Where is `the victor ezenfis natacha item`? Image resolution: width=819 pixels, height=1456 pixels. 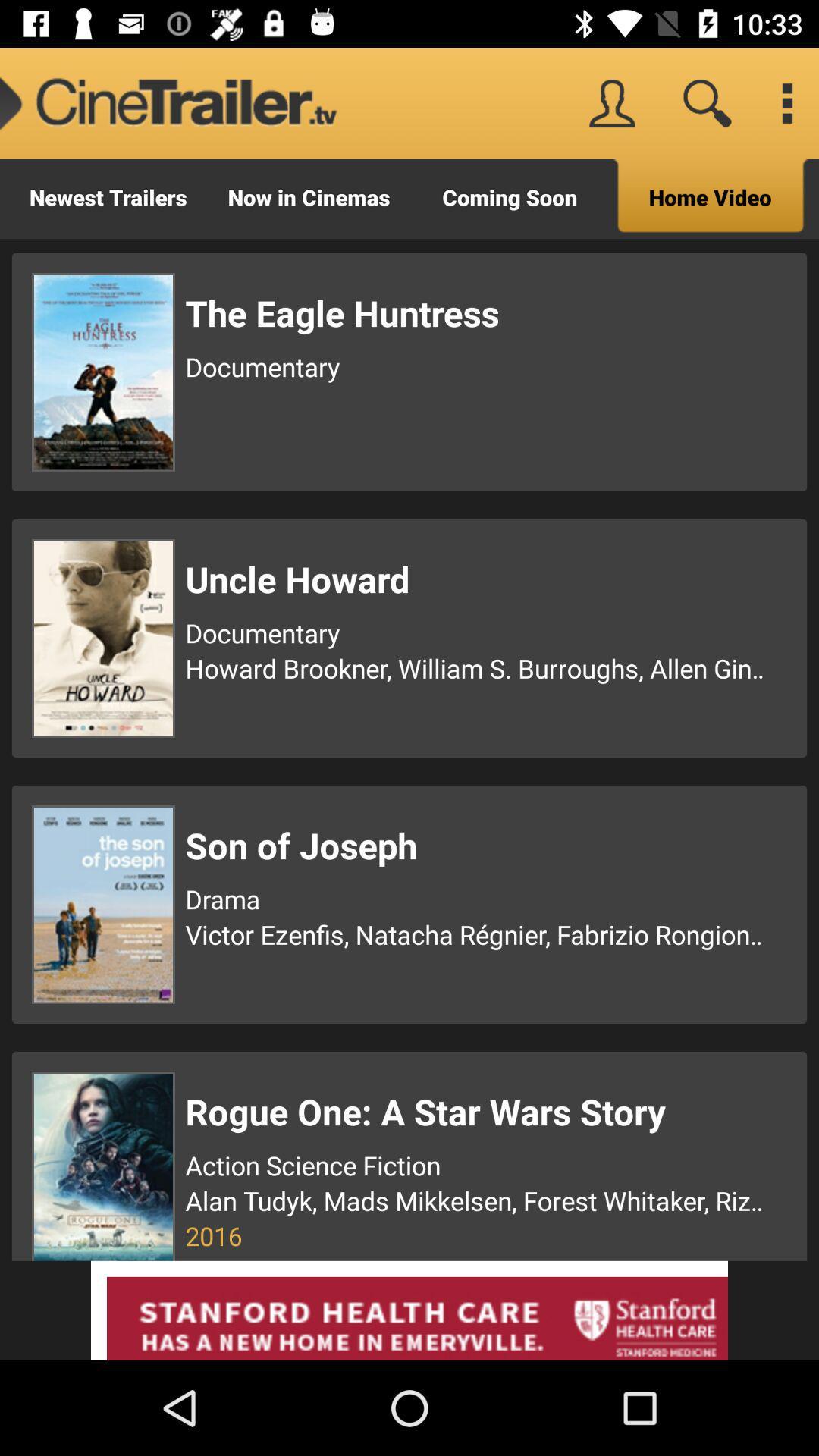 the victor ezenfis natacha item is located at coordinates (476, 934).